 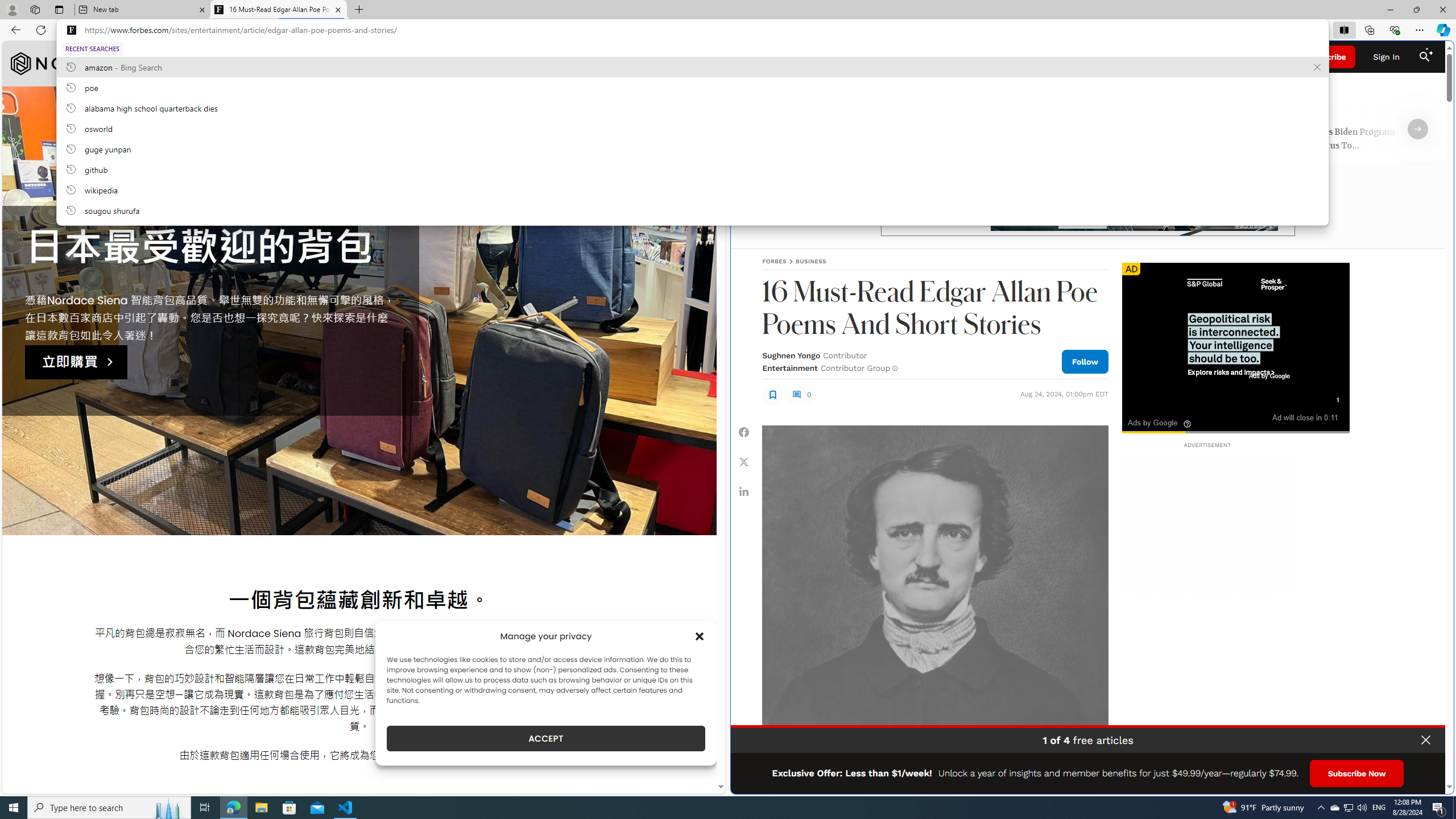 What do you see at coordinates (895, 368) in the screenshot?
I see `'Class: fs-icon fs-icon--info'` at bounding box center [895, 368].